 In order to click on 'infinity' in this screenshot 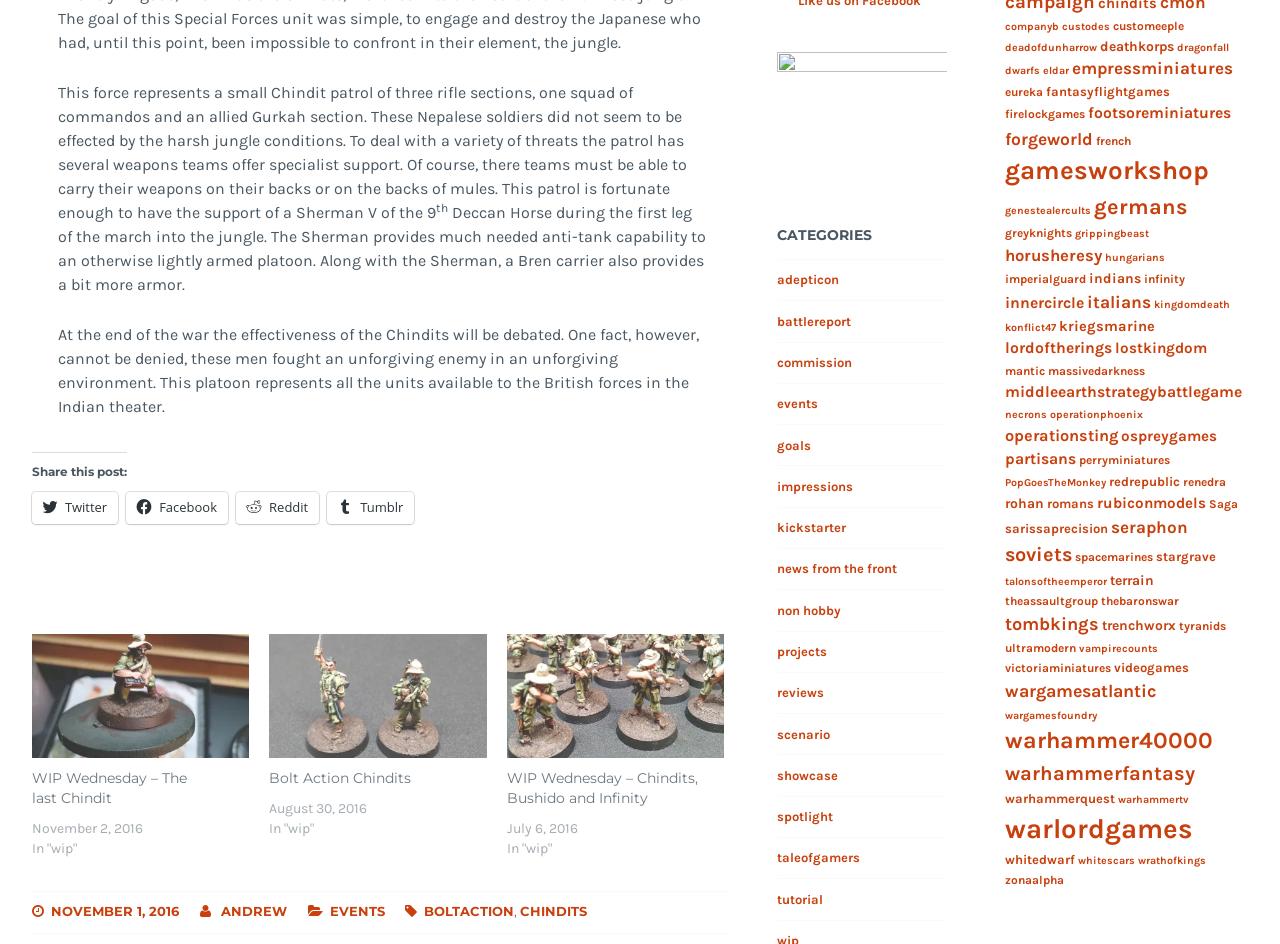, I will do `click(1163, 279)`.